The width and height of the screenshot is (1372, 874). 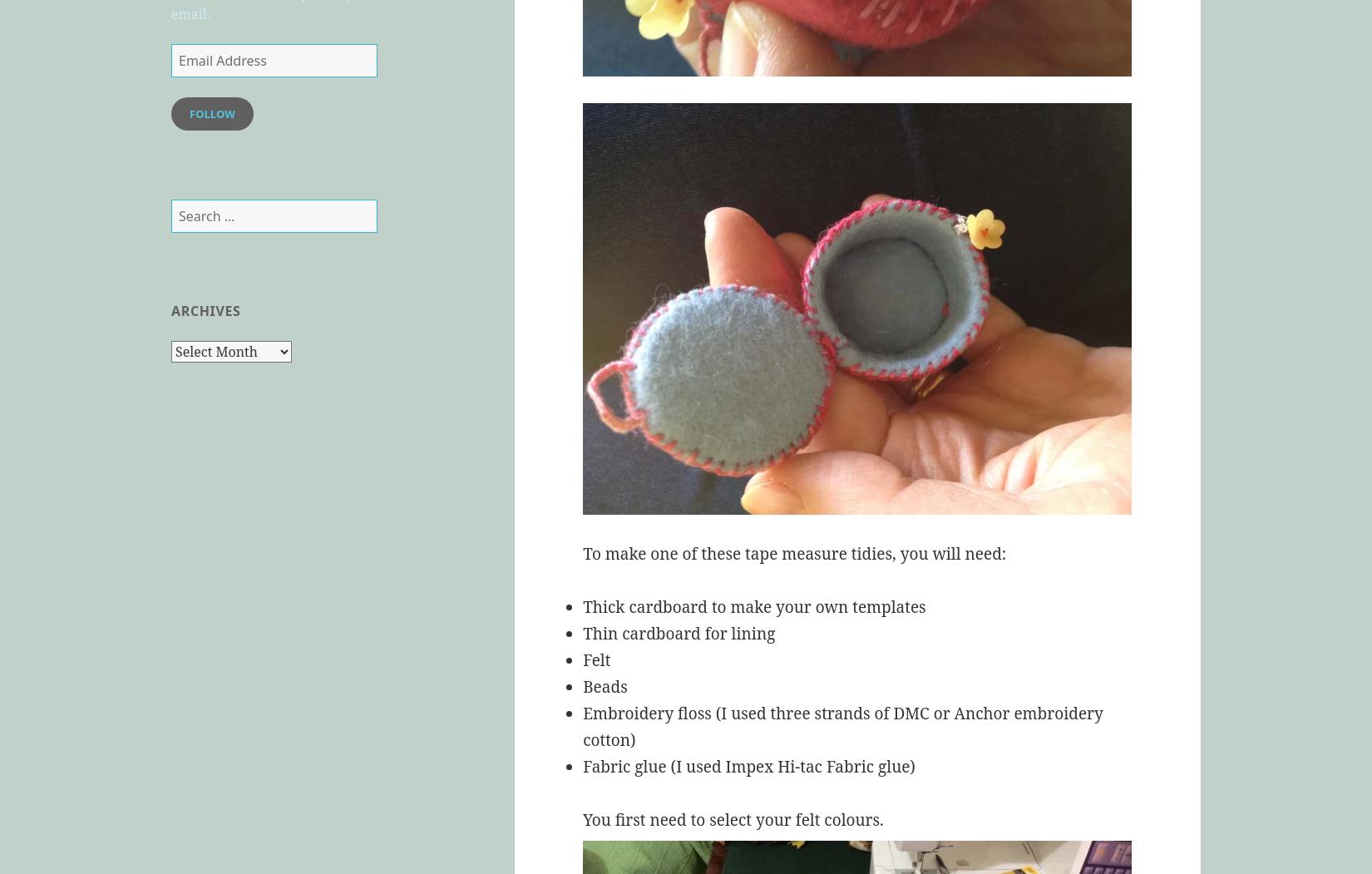 What do you see at coordinates (754, 607) in the screenshot?
I see `'Thick cardboard to make your own templates'` at bounding box center [754, 607].